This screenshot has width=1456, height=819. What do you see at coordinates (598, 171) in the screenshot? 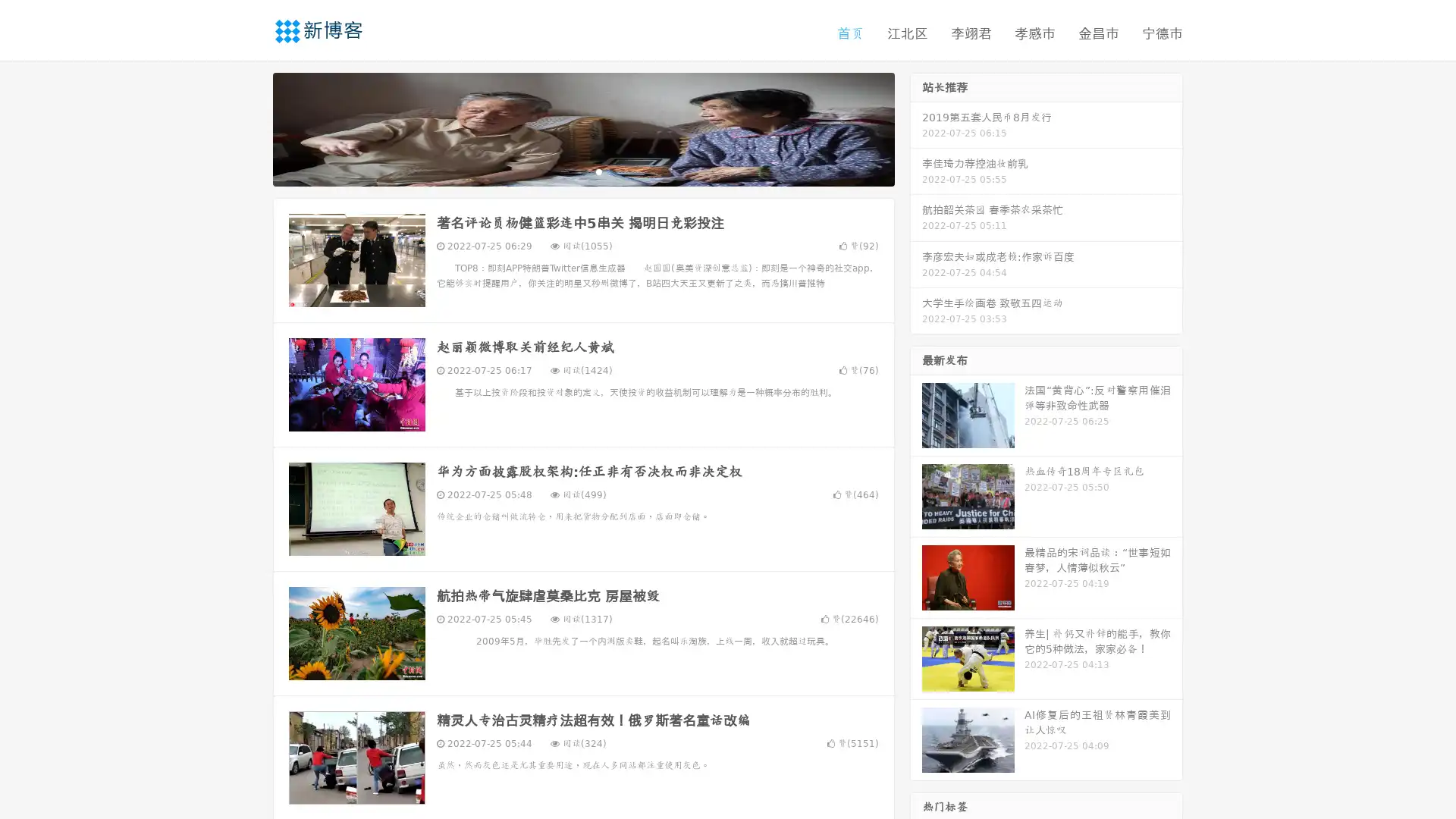
I see `Go to slide 3` at bounding box center [598, 171].